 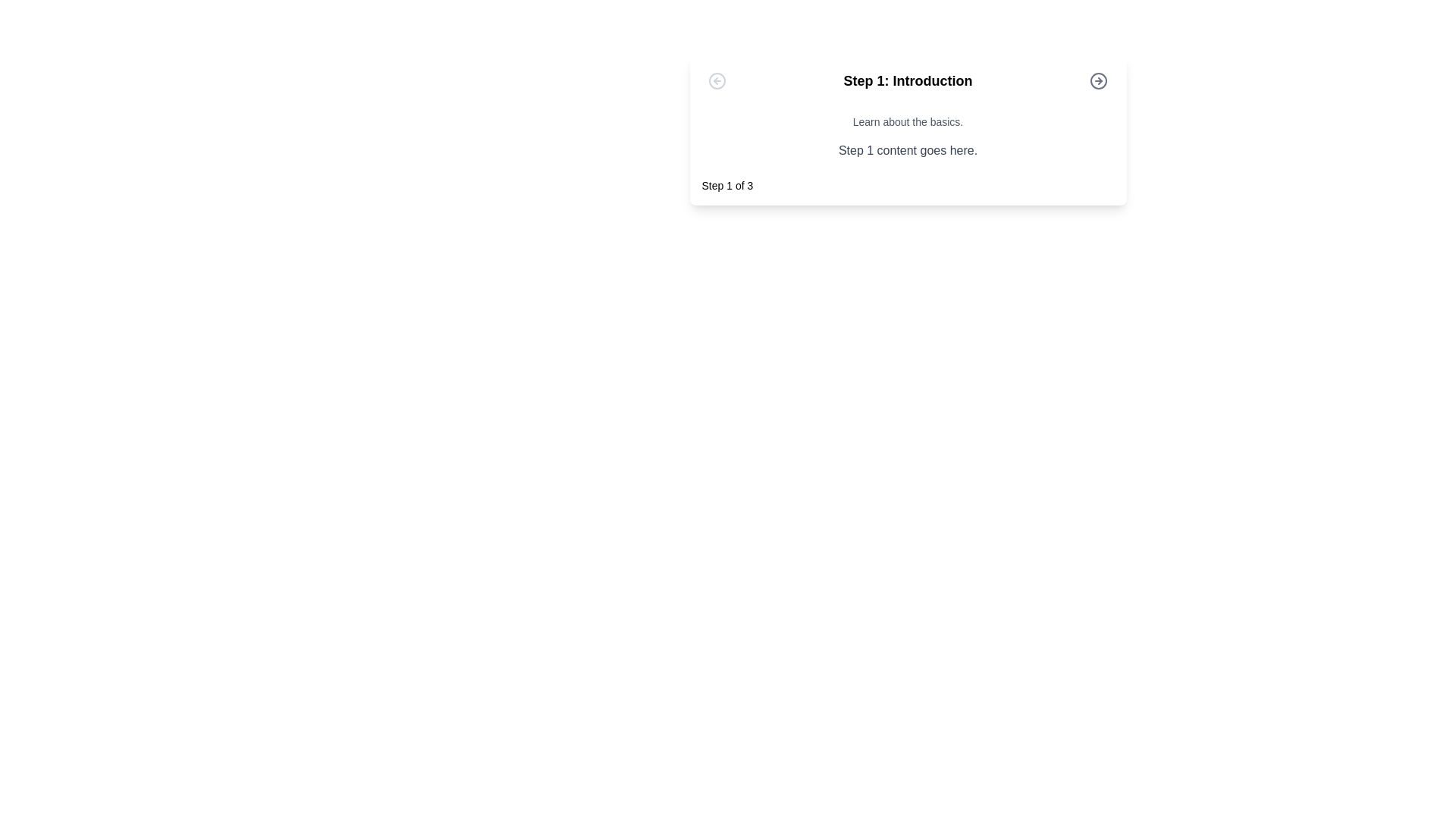 I want to click on the navigation button at the top-right corner of the 'Step 1: Introduction' card to change its color, so click(x=1099, y=81).